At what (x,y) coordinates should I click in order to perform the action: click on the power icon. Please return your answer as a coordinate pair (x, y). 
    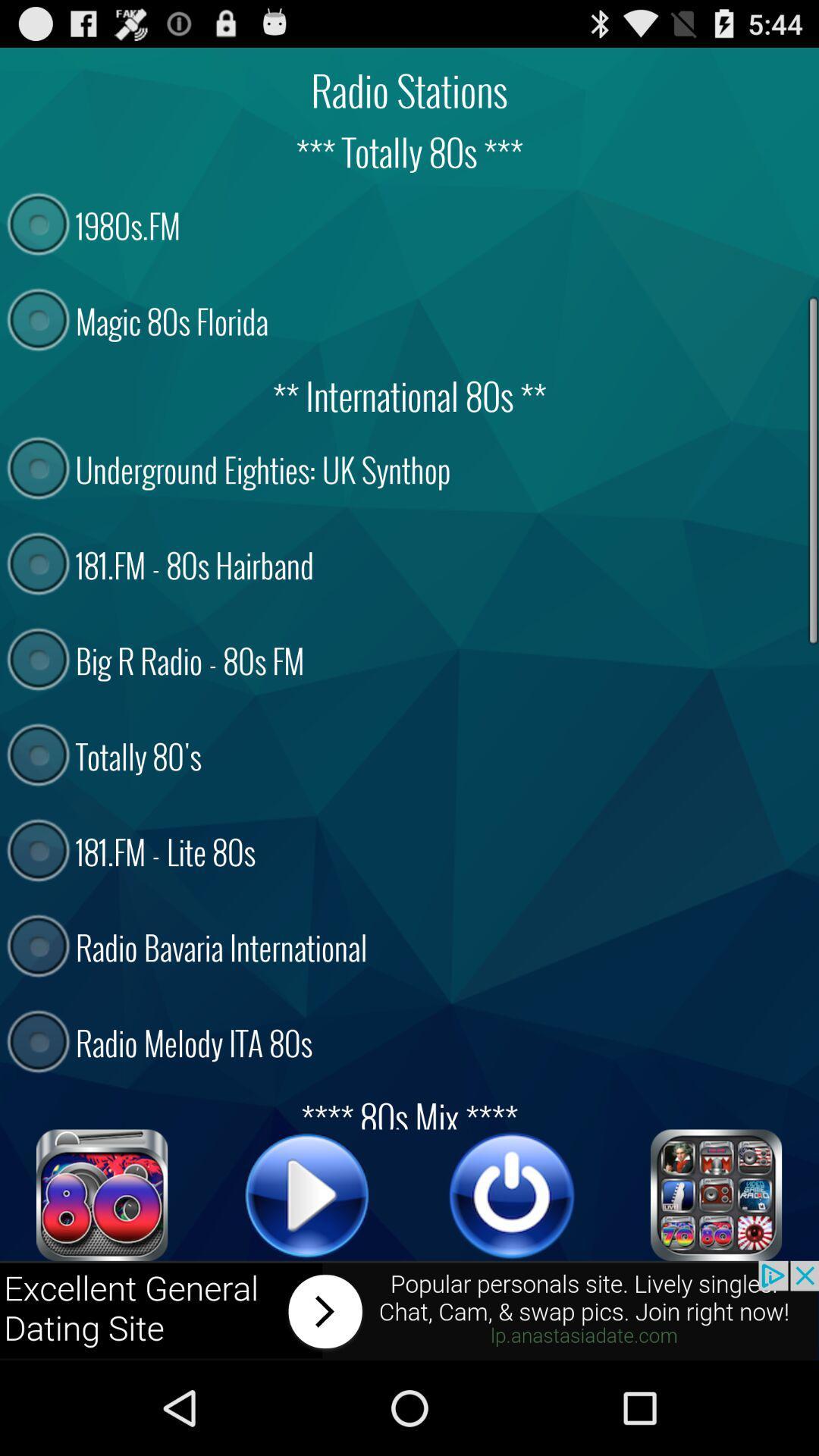
    Looking at the image, I should click on (512, 1278).